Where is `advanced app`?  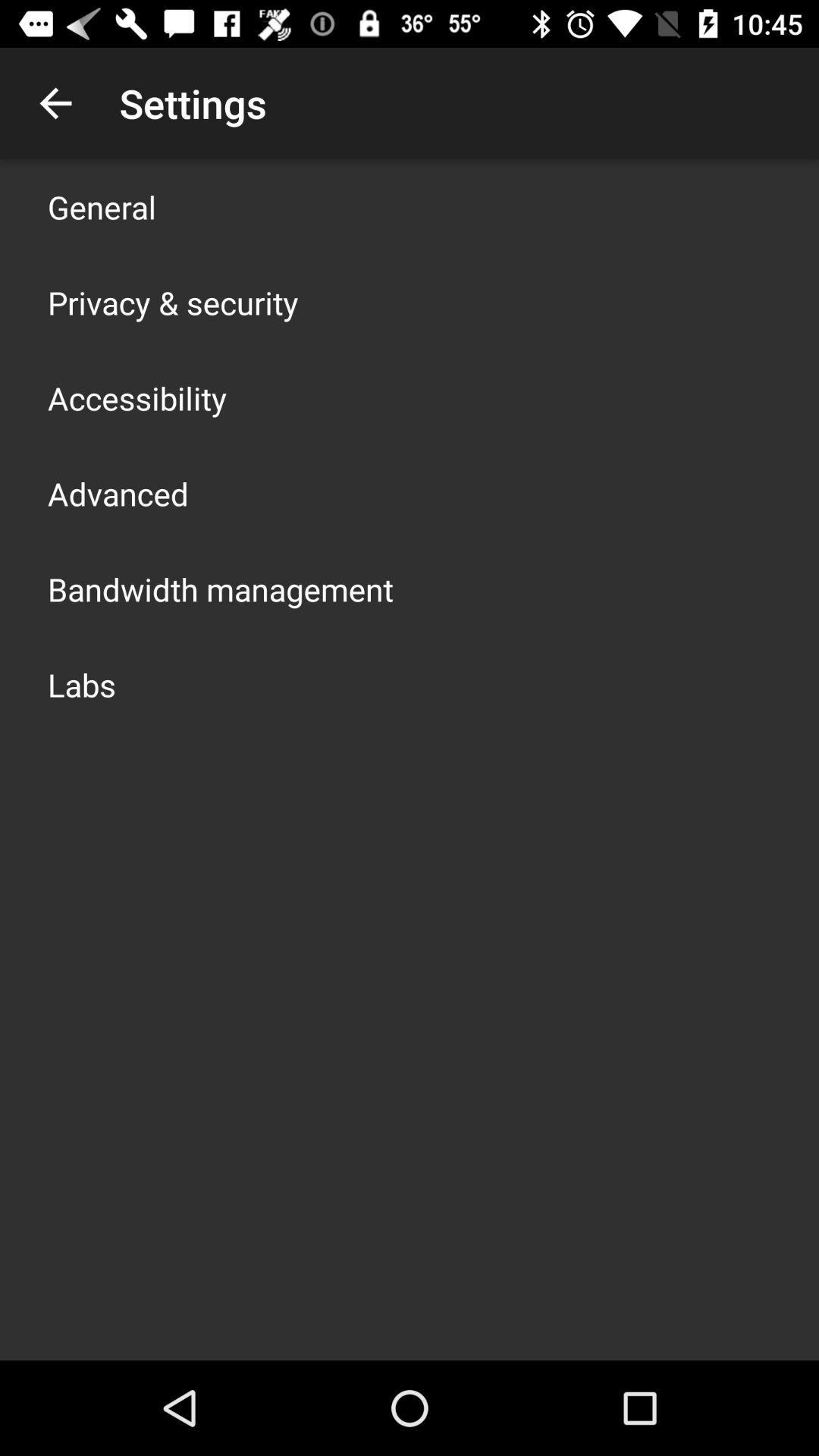
advanced app is located at coordinates (117, 494).